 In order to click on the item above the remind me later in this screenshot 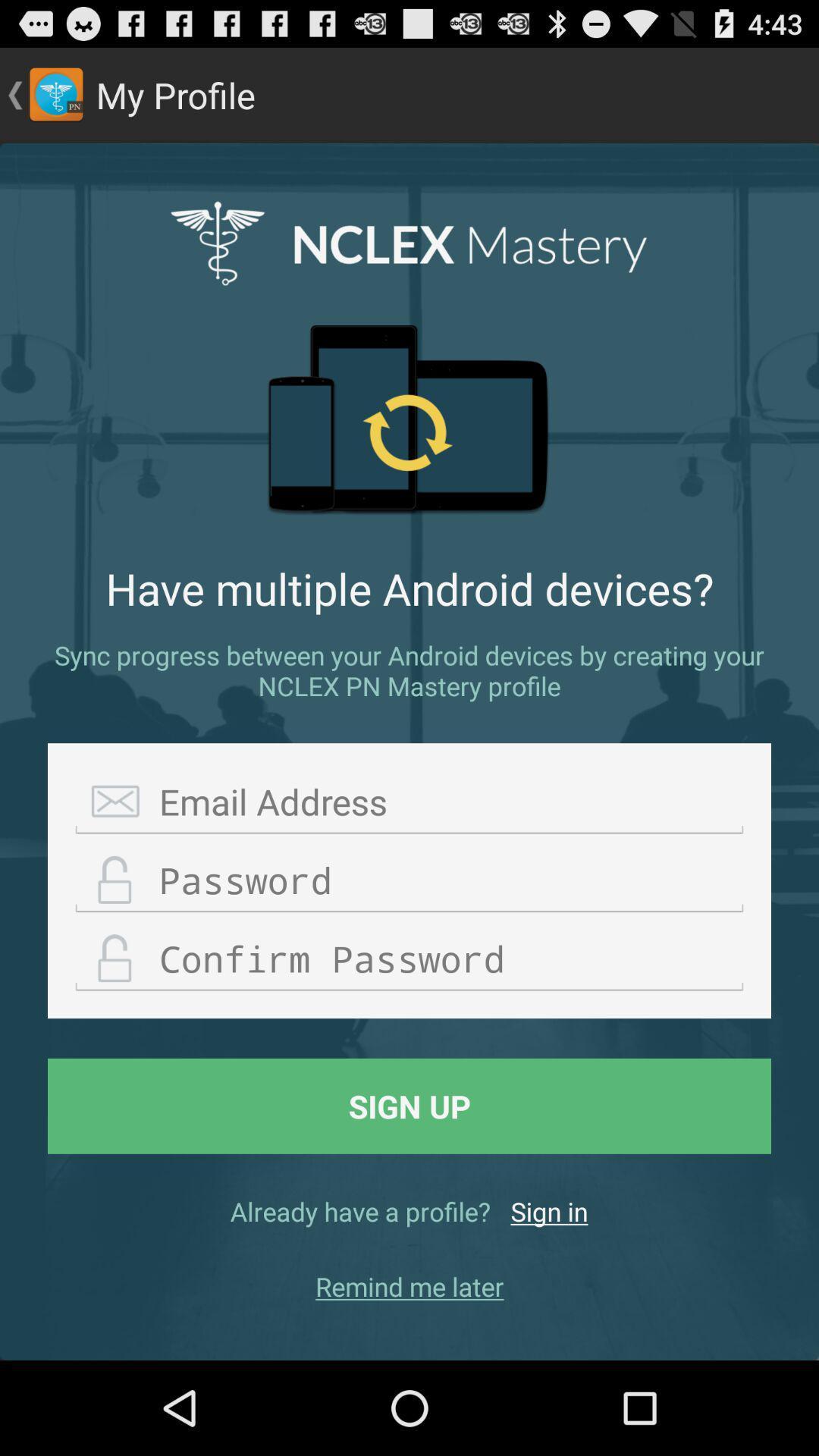, I will do `click(549, 1210)`.